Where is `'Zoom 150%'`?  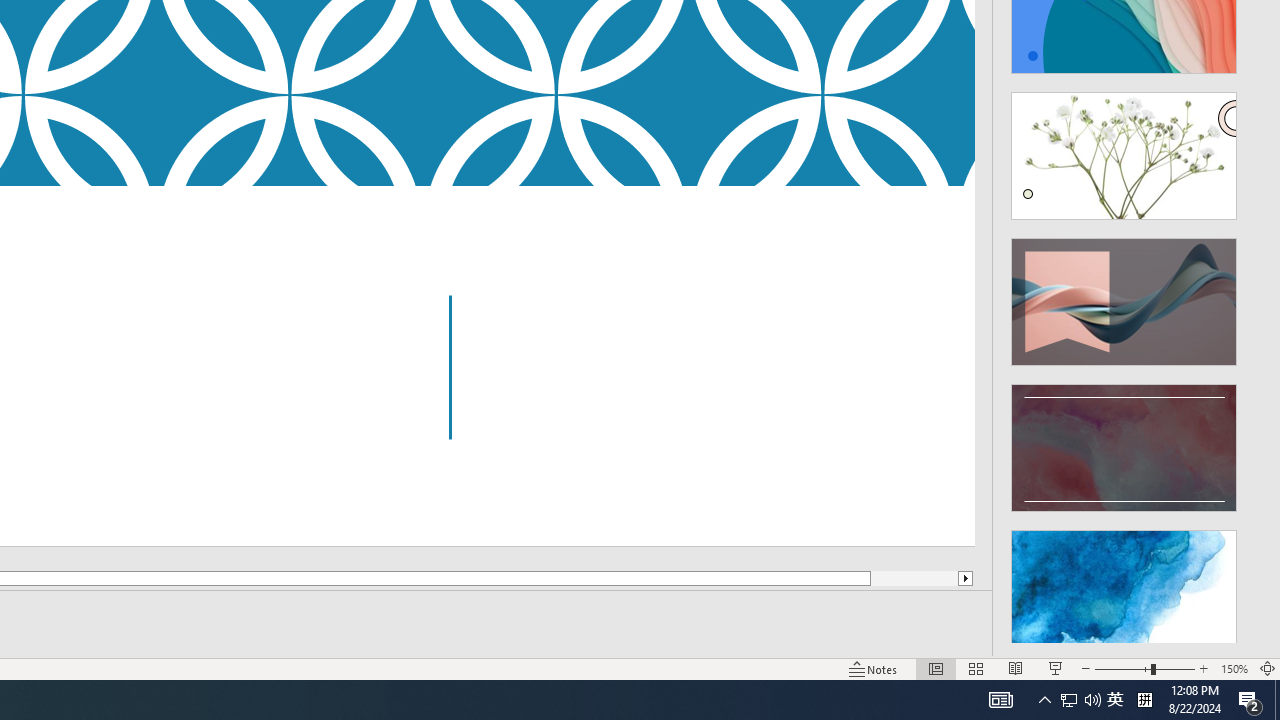
'Zoom 150%' is located at coordinates (1233, 669).